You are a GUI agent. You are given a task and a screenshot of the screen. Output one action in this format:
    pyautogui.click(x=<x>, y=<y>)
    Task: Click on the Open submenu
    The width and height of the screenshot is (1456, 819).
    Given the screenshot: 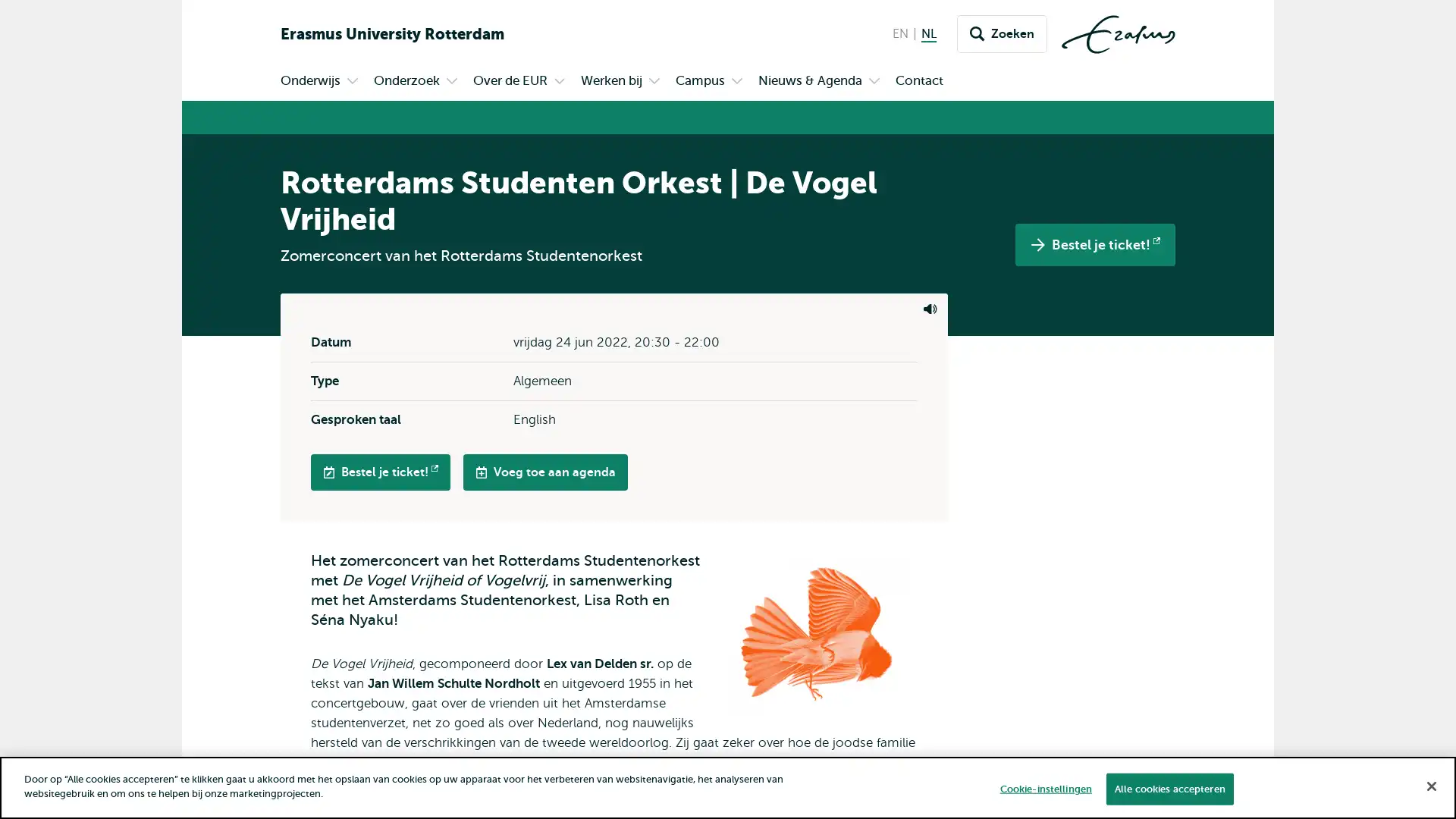 What is the action you would take?
    pyautogui.click(x=736, y=82)
    